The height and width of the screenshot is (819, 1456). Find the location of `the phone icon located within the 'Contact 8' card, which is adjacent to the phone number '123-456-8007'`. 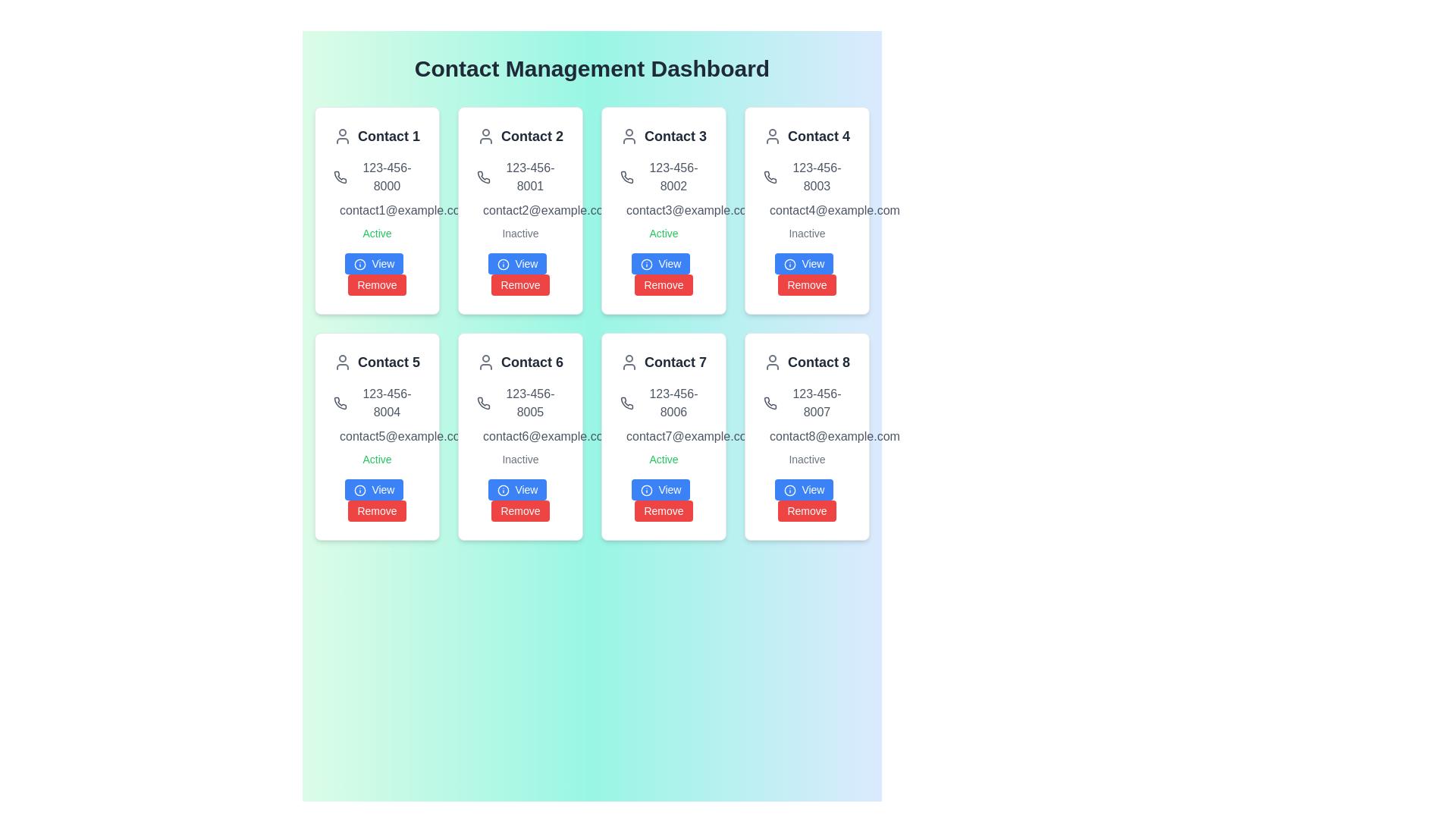

the phone icon located within the 'Contact 8' card, which is adjacent to the phone number '123-456-8007' is located at coordinates (770, 403).